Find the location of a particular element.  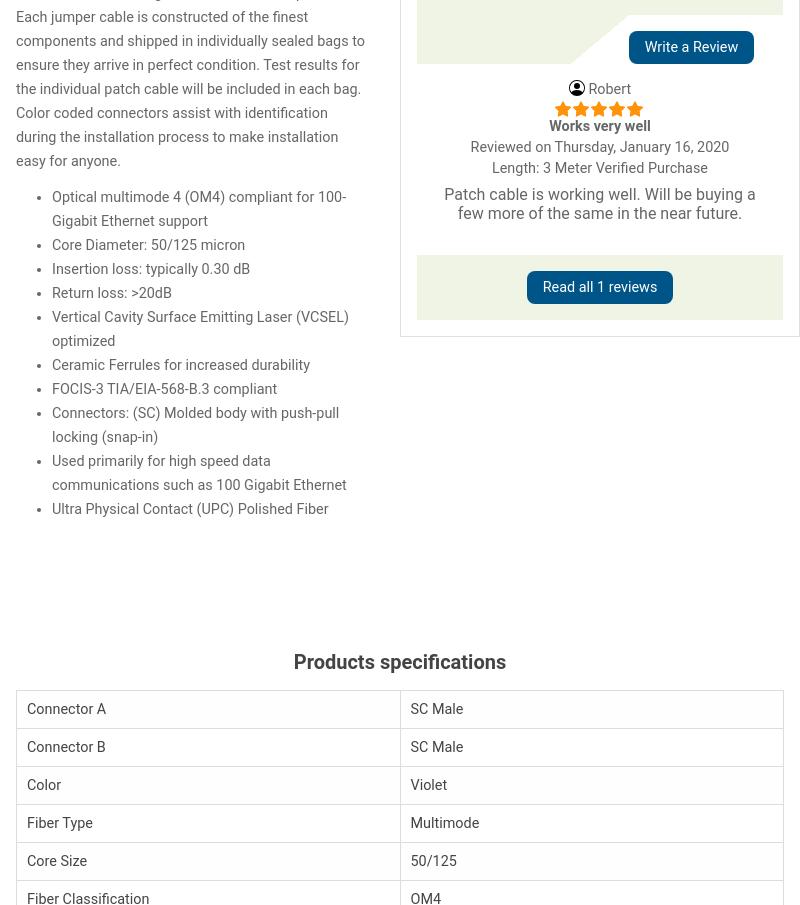

'Ceramic Ferrules for increased durability' is located at coordinates (180, 364).